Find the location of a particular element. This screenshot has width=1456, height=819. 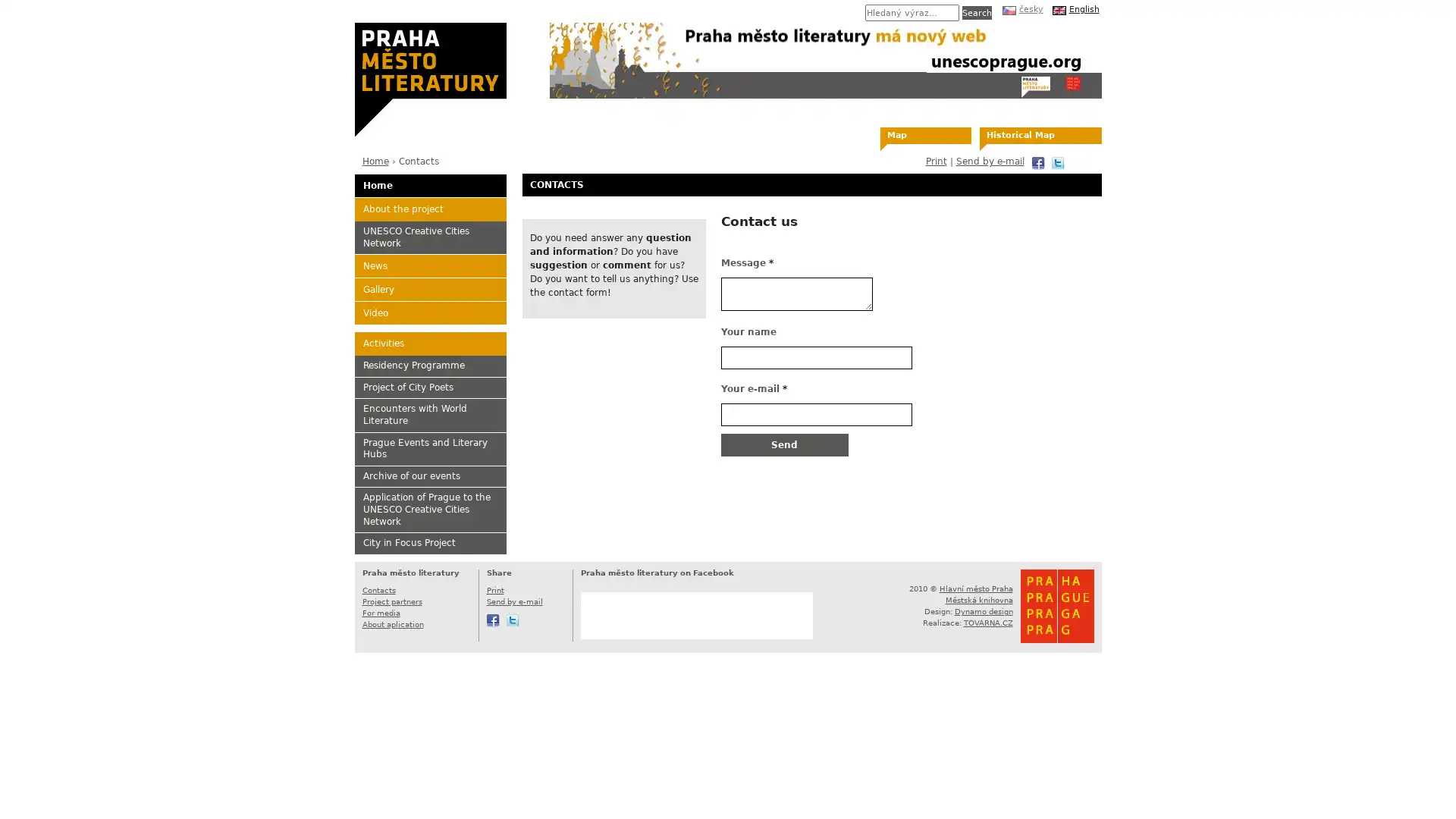

Search is located at coordinates (976, 12).